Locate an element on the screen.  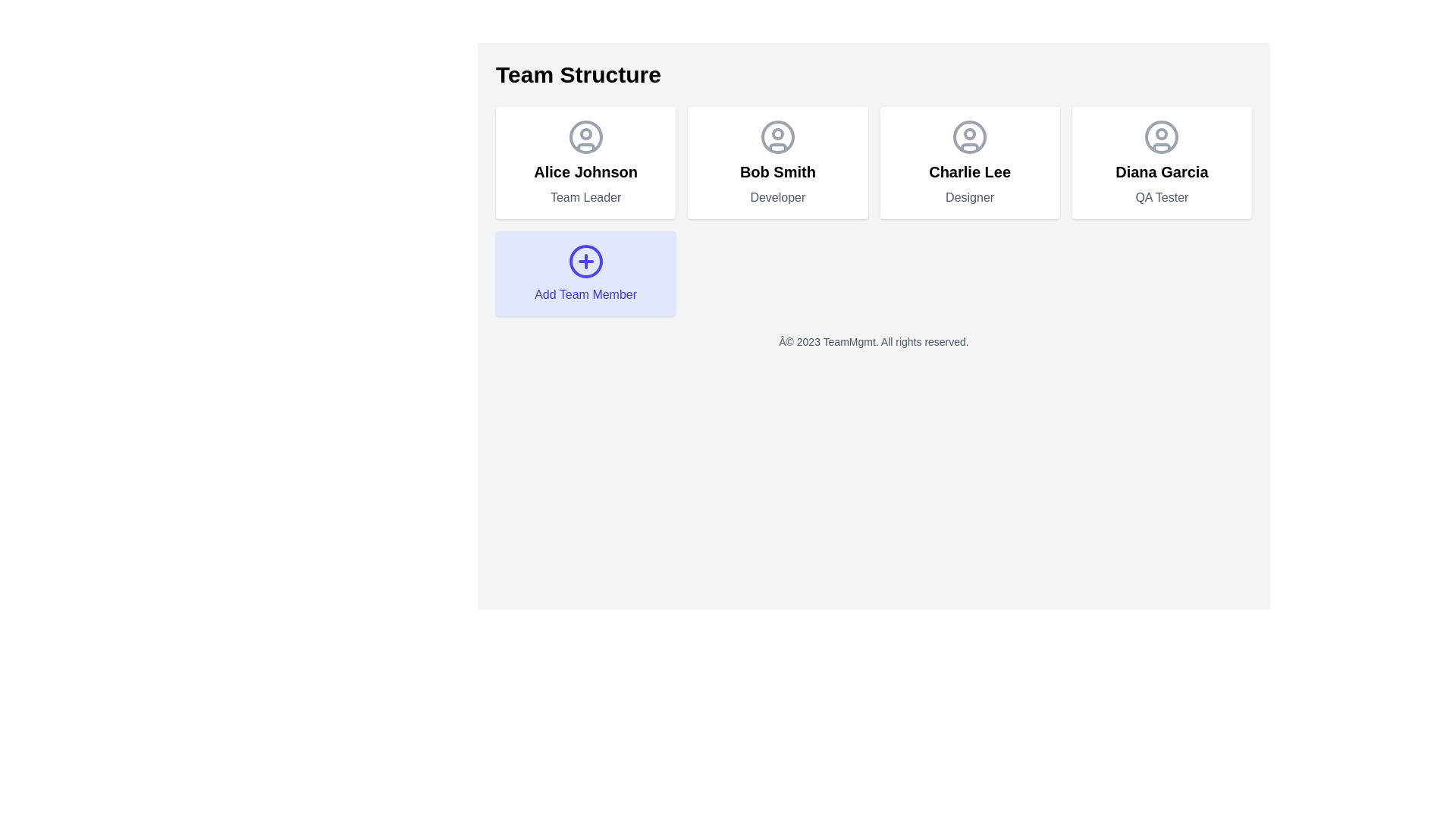
the static text displaying the copyright notice '© 2023 TeamMgmt. All rights reserved.' located at the bottom-center of the page is located at coordinates (874, 342).